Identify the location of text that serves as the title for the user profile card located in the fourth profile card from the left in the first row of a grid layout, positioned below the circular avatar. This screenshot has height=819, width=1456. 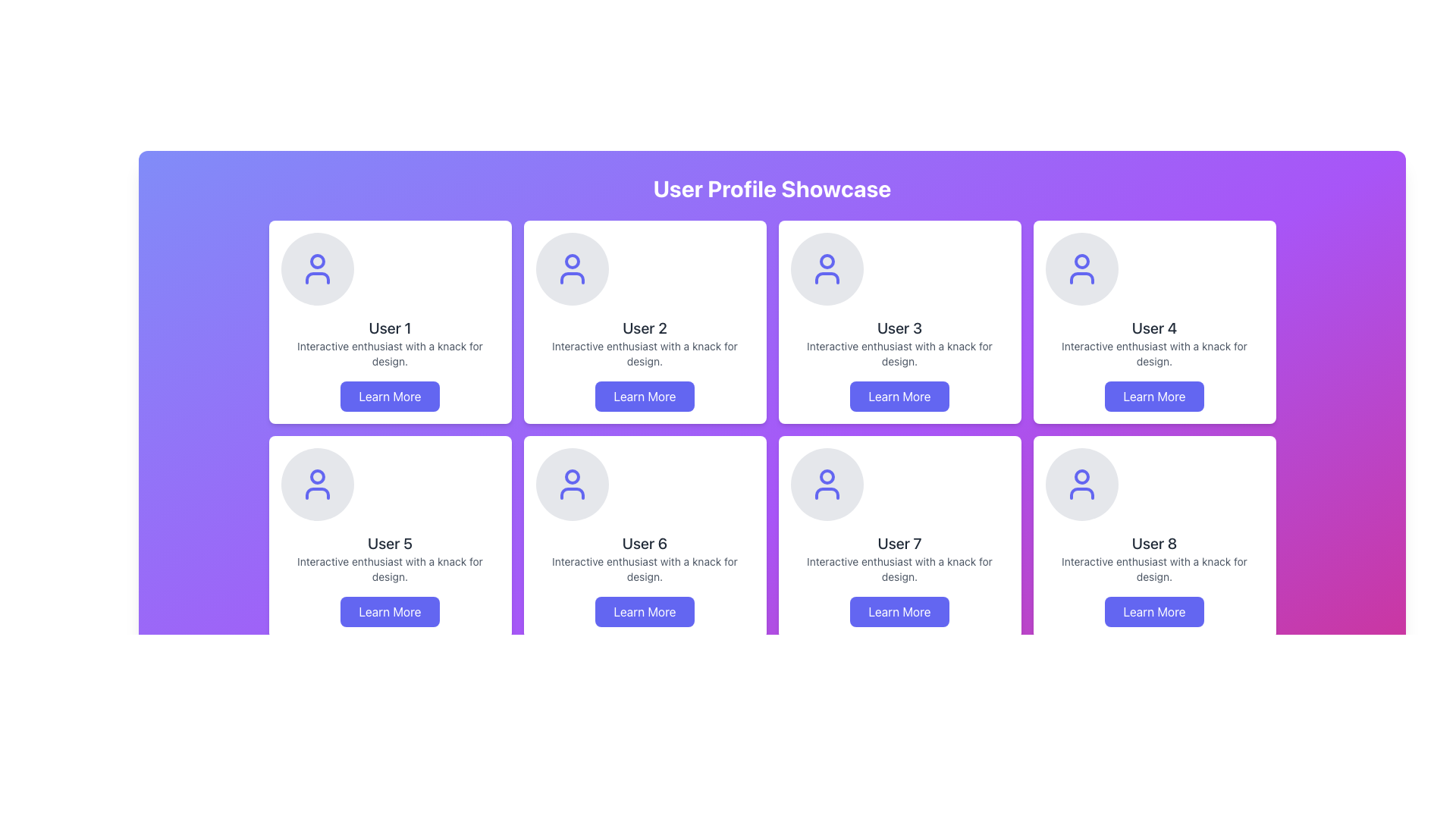
(1153, 327).